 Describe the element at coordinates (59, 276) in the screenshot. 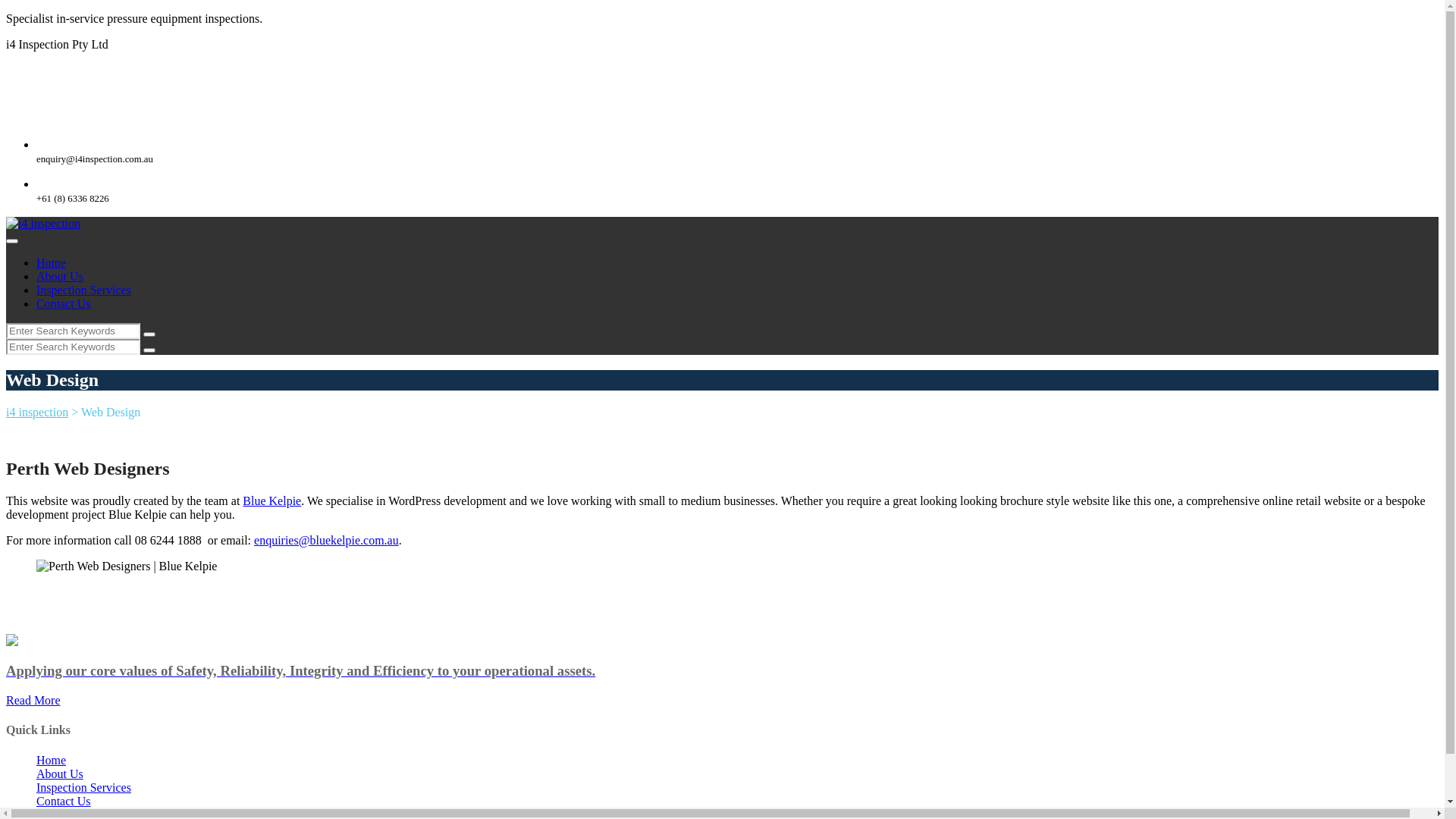

I see `'About Us'` at that location.